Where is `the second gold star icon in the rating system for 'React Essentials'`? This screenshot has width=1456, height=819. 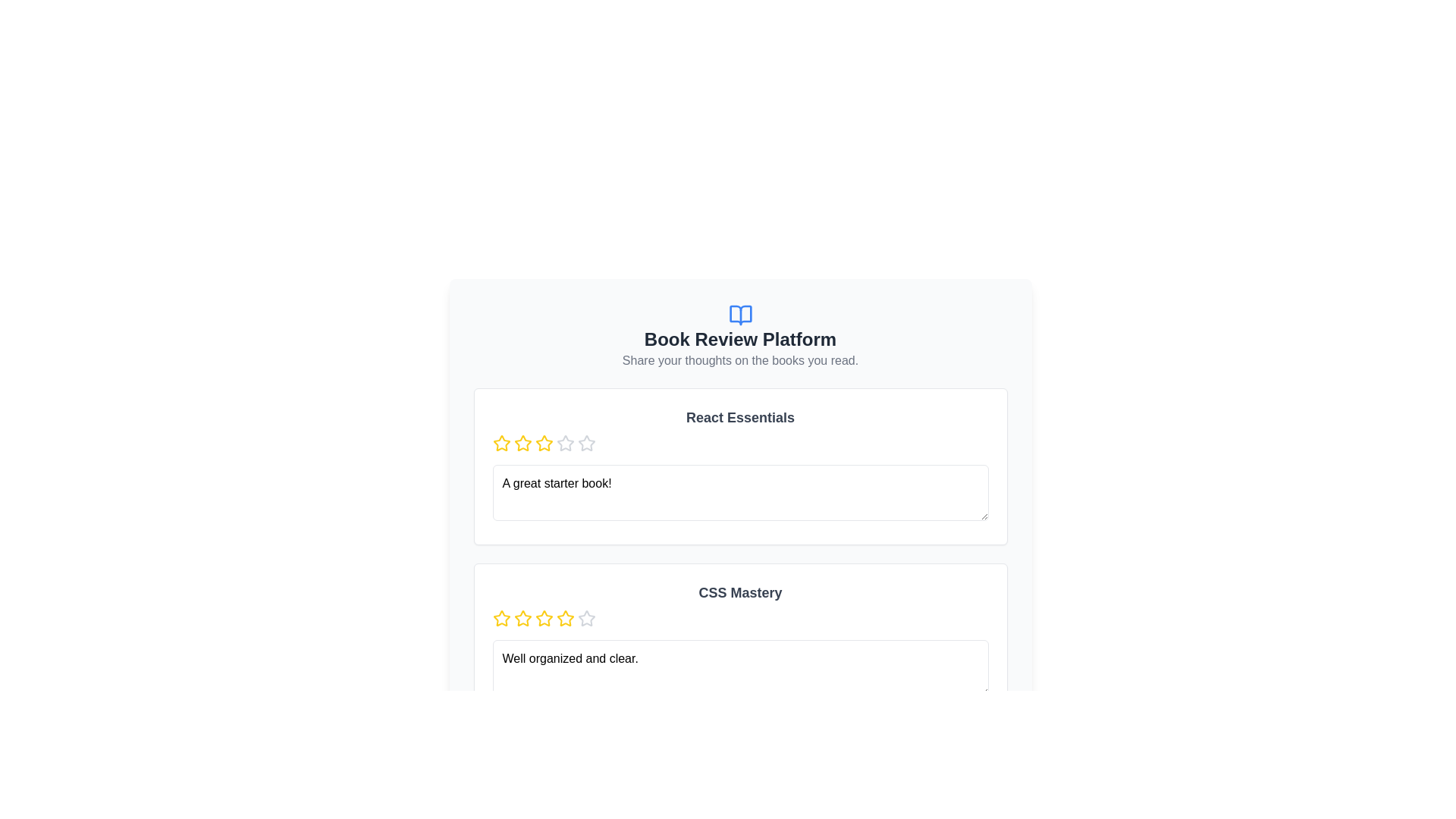
the second gold star icon in the rating system for 'React Essentials' is located at coordinates (544, 443).